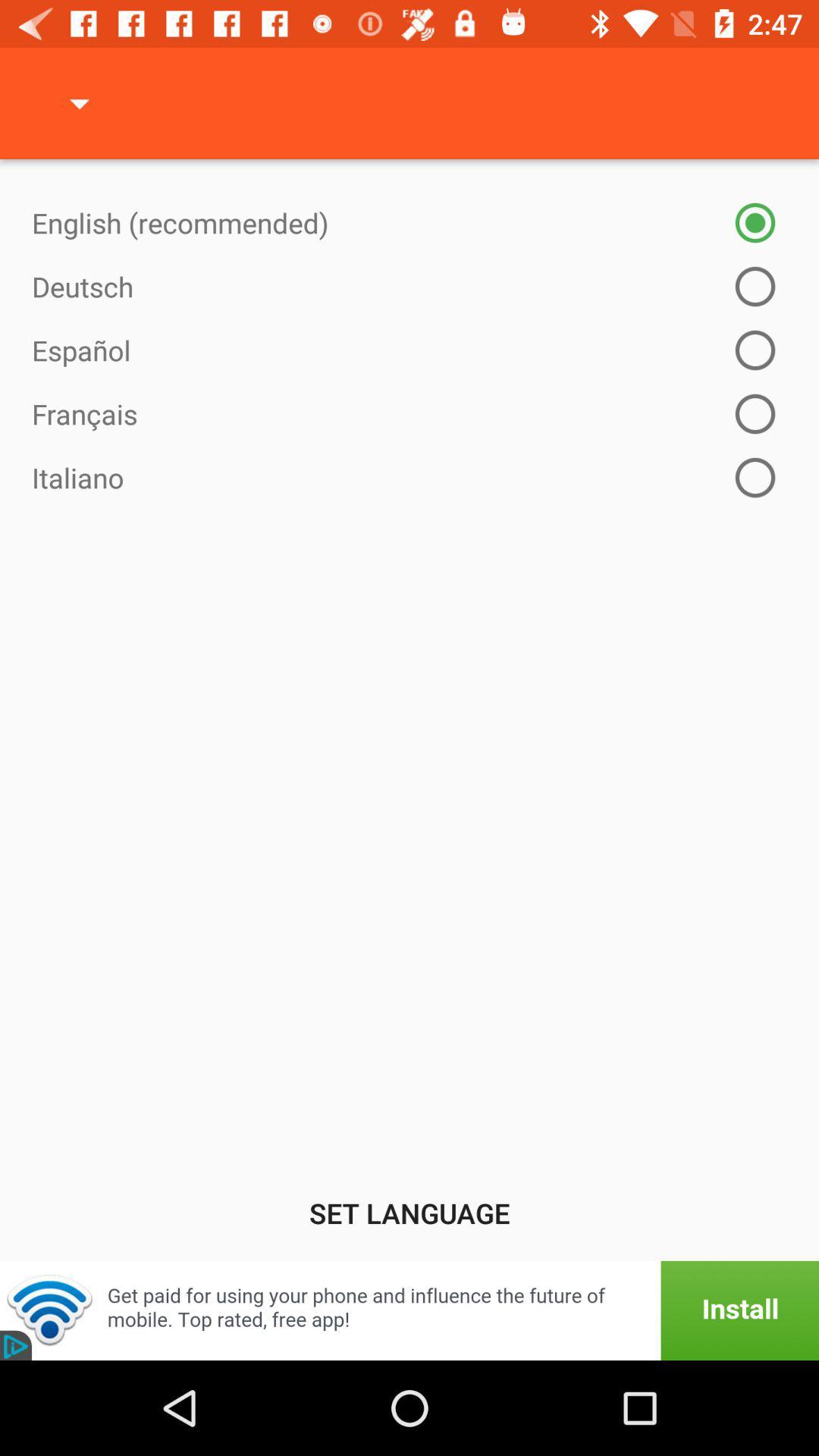 The height and width of the screenshot is (1456, 819). Describe the element at coordinates (409, 1310) in the screenshot. I see `open advertisement` at that location.